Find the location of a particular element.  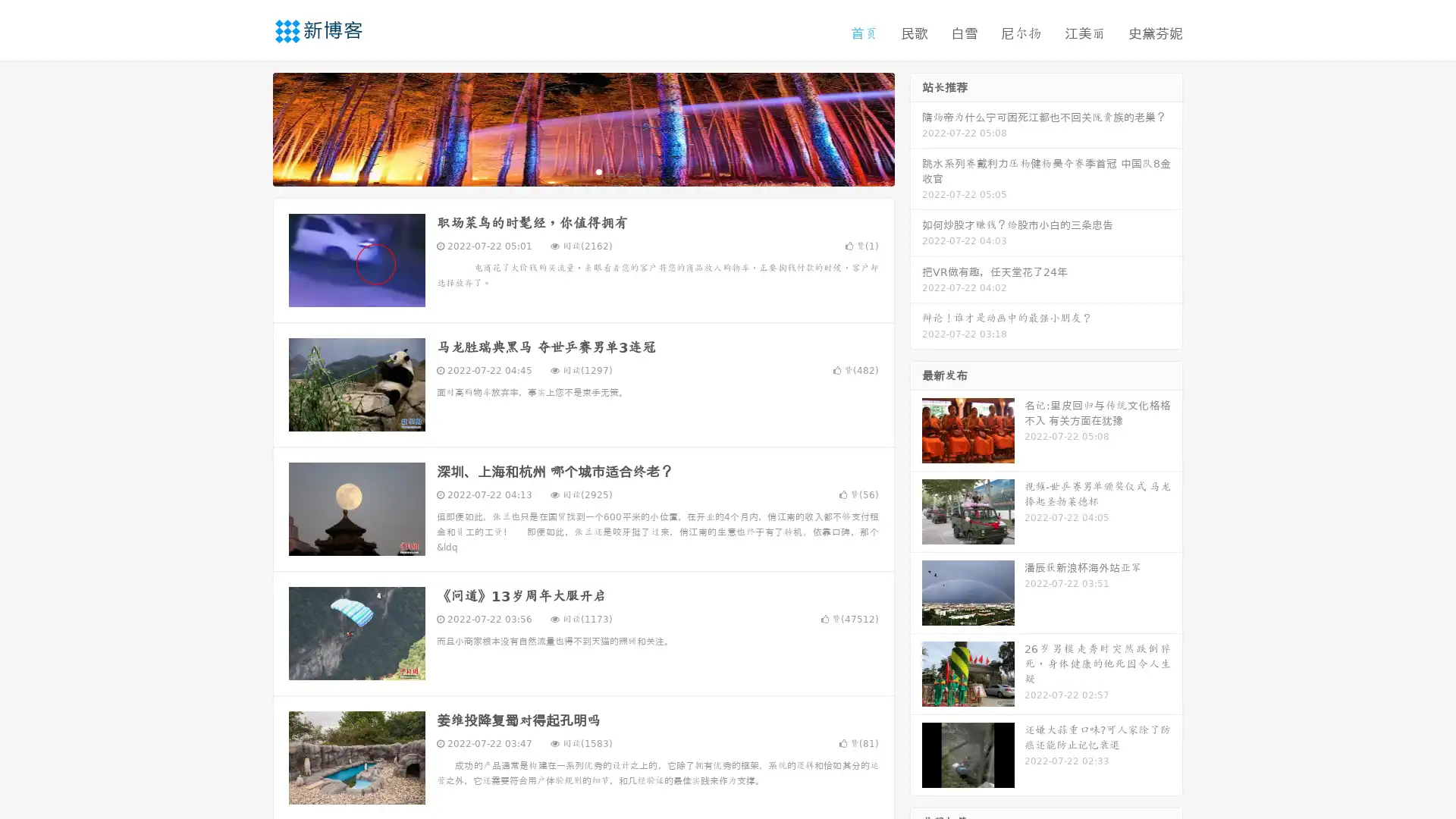

Go to slide 1 is located at coordinates (567, 171).